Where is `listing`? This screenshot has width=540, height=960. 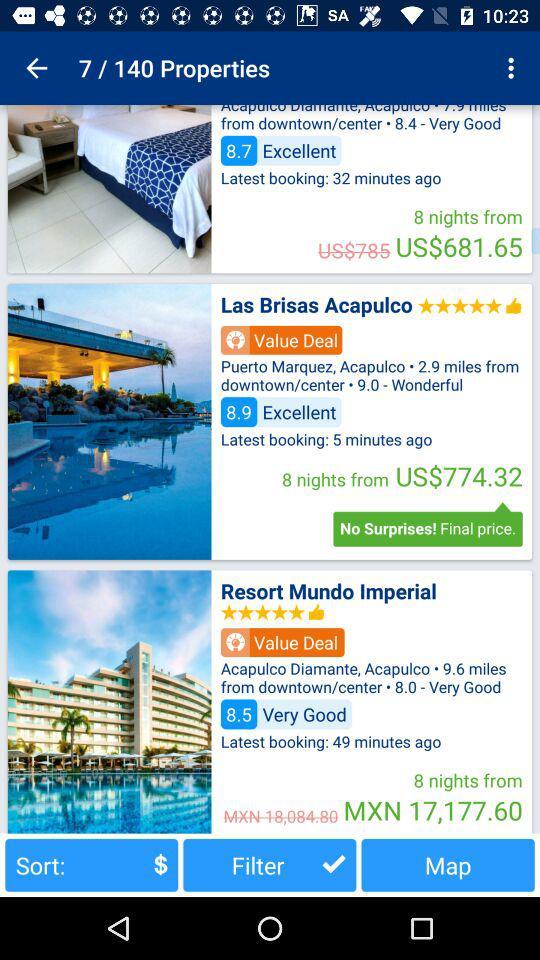 listing is located at coordinates (109, 421).